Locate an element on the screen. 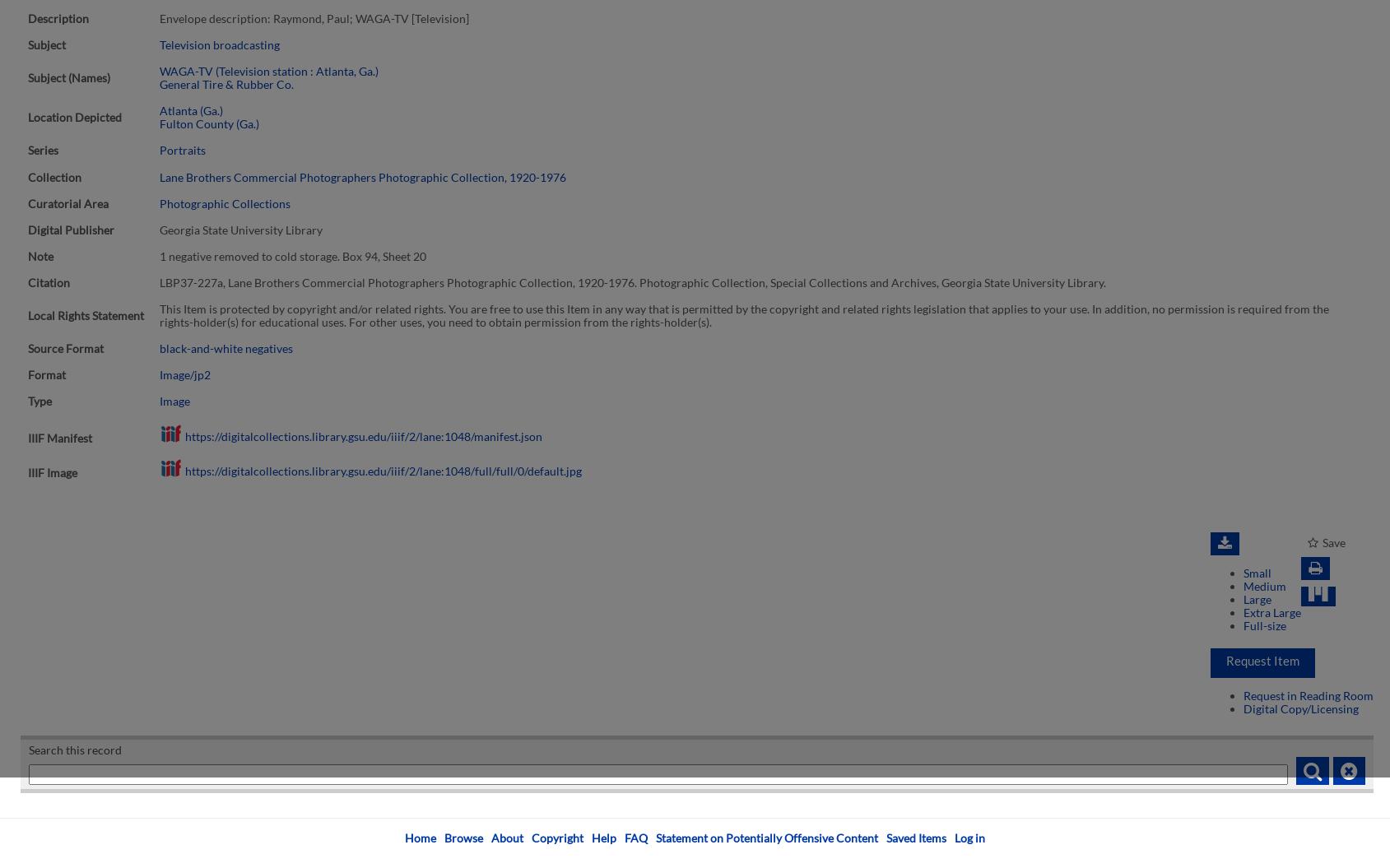 The height and width of the screenshot is (868, 1390). 'Local Rights Statement' is located at coordinates (86, 315).